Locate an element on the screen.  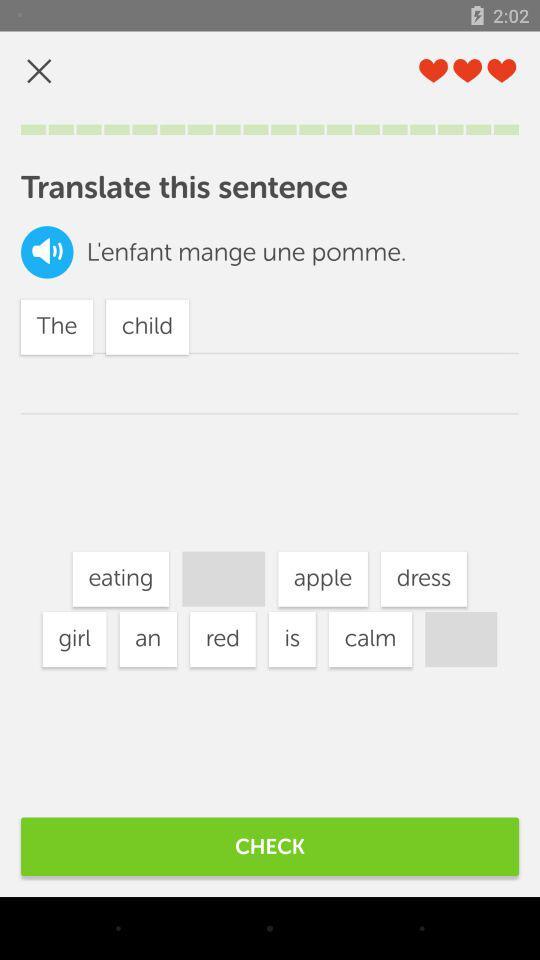
the volume icon is located at coordinates (47, 251).